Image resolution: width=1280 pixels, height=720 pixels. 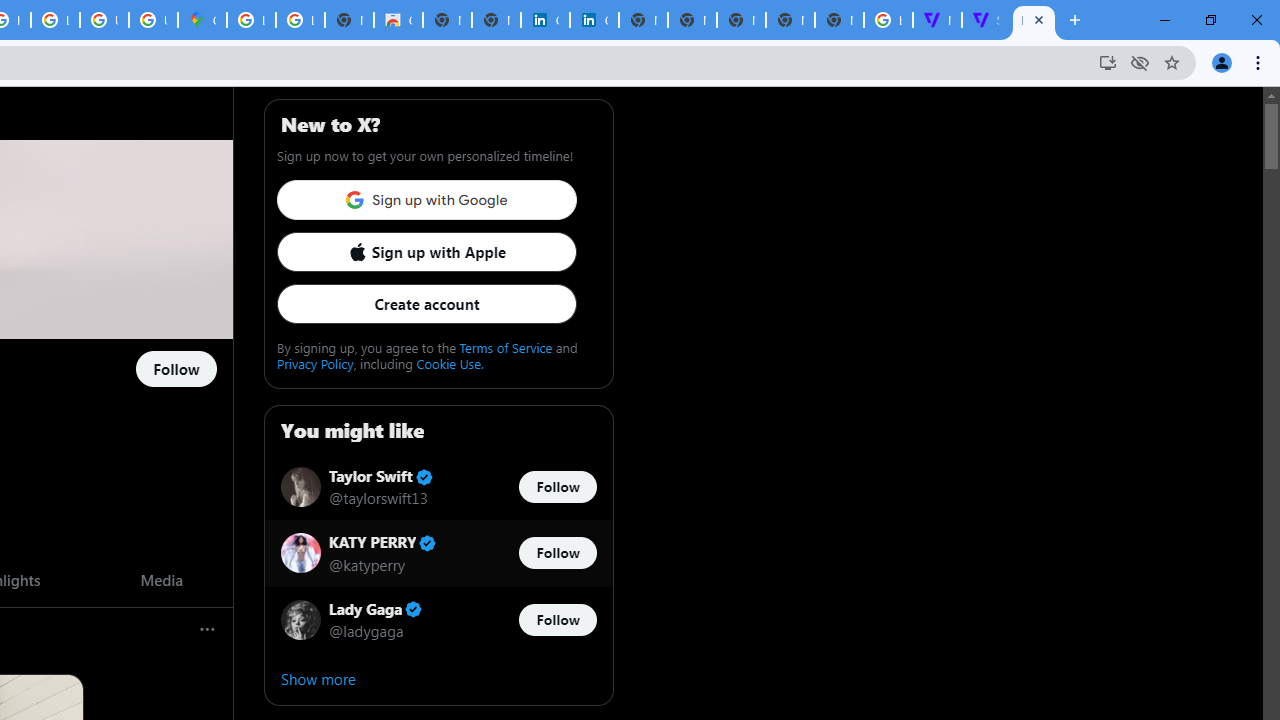 I want to click on 'New Tab', so click(x=839, y=20).